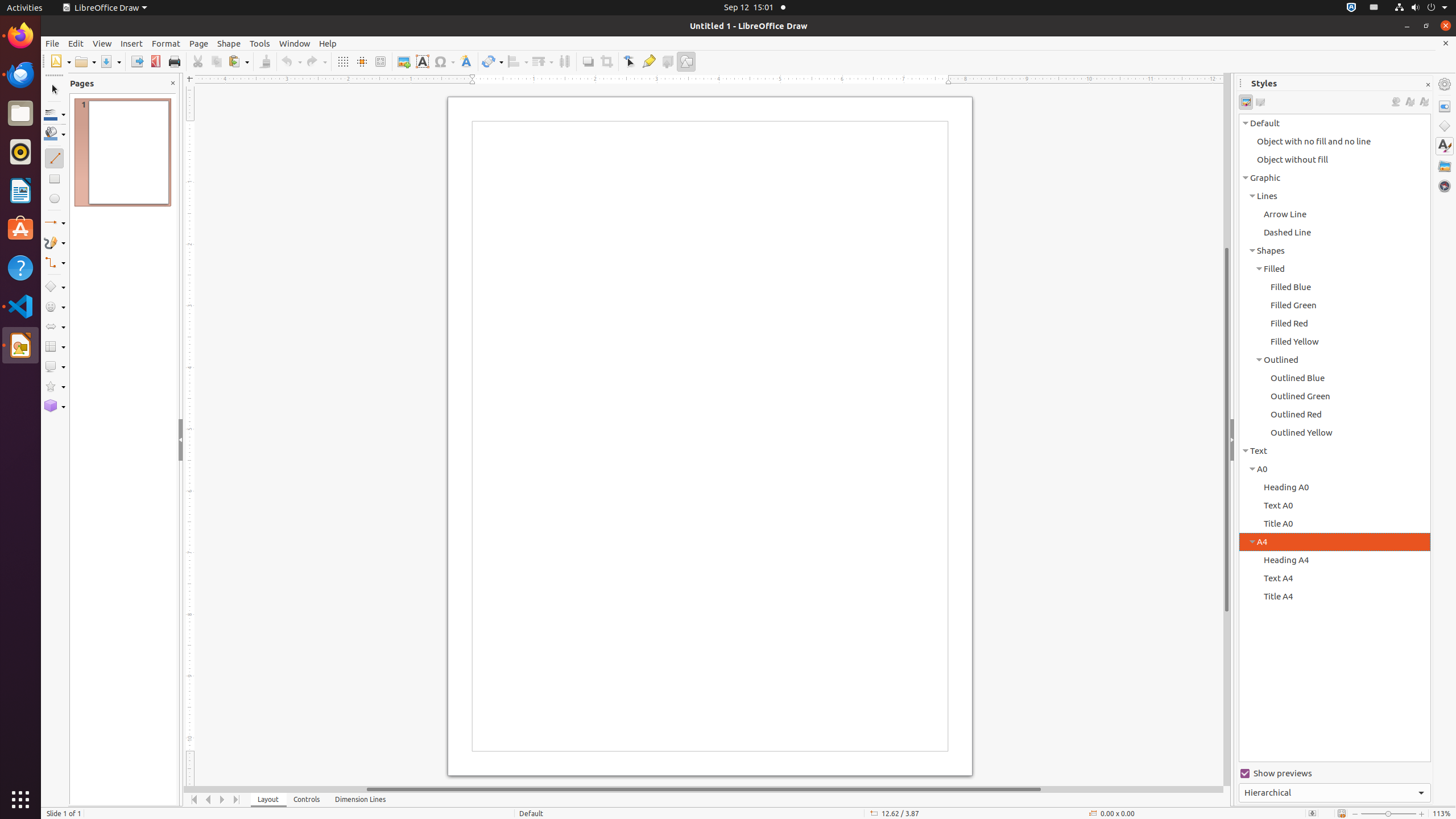 The image size is (1456, 819). What do you see at coordinates (1428, 85) in the screenshot?
I see `'Close Sidebar Deck'` at bounding box center [1428, 85].